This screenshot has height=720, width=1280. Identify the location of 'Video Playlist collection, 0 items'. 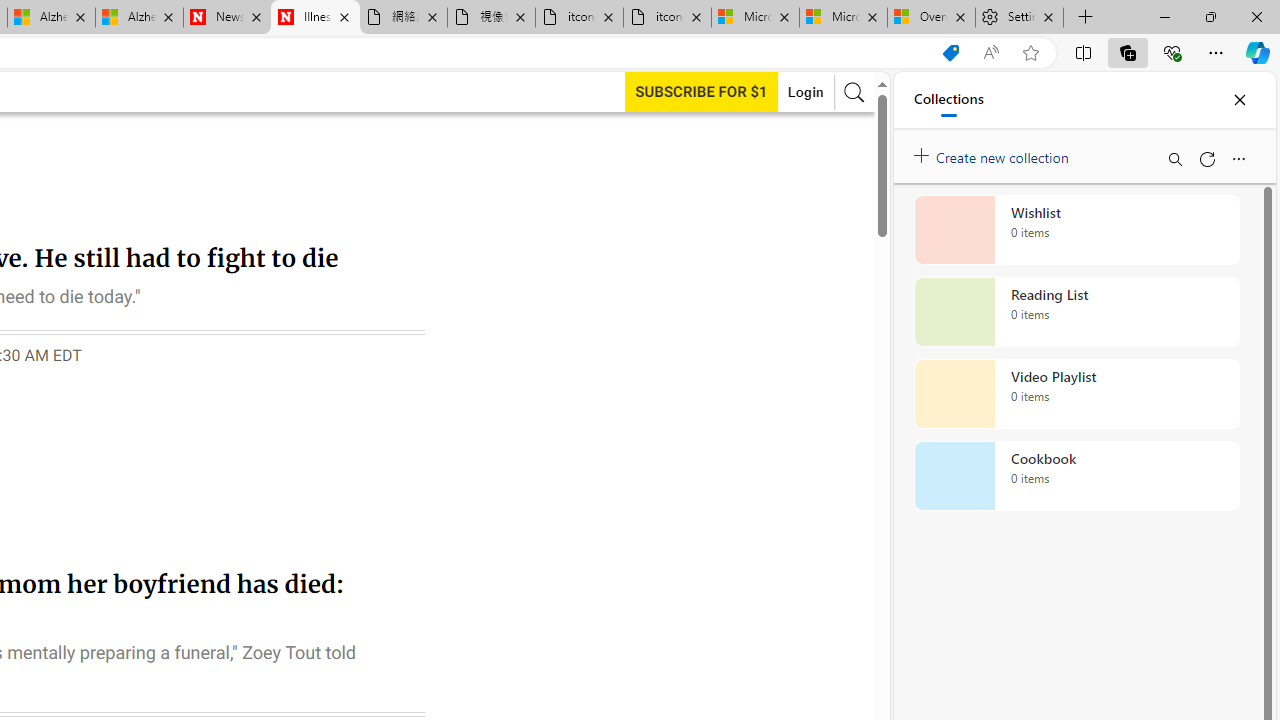
(1076, 394).